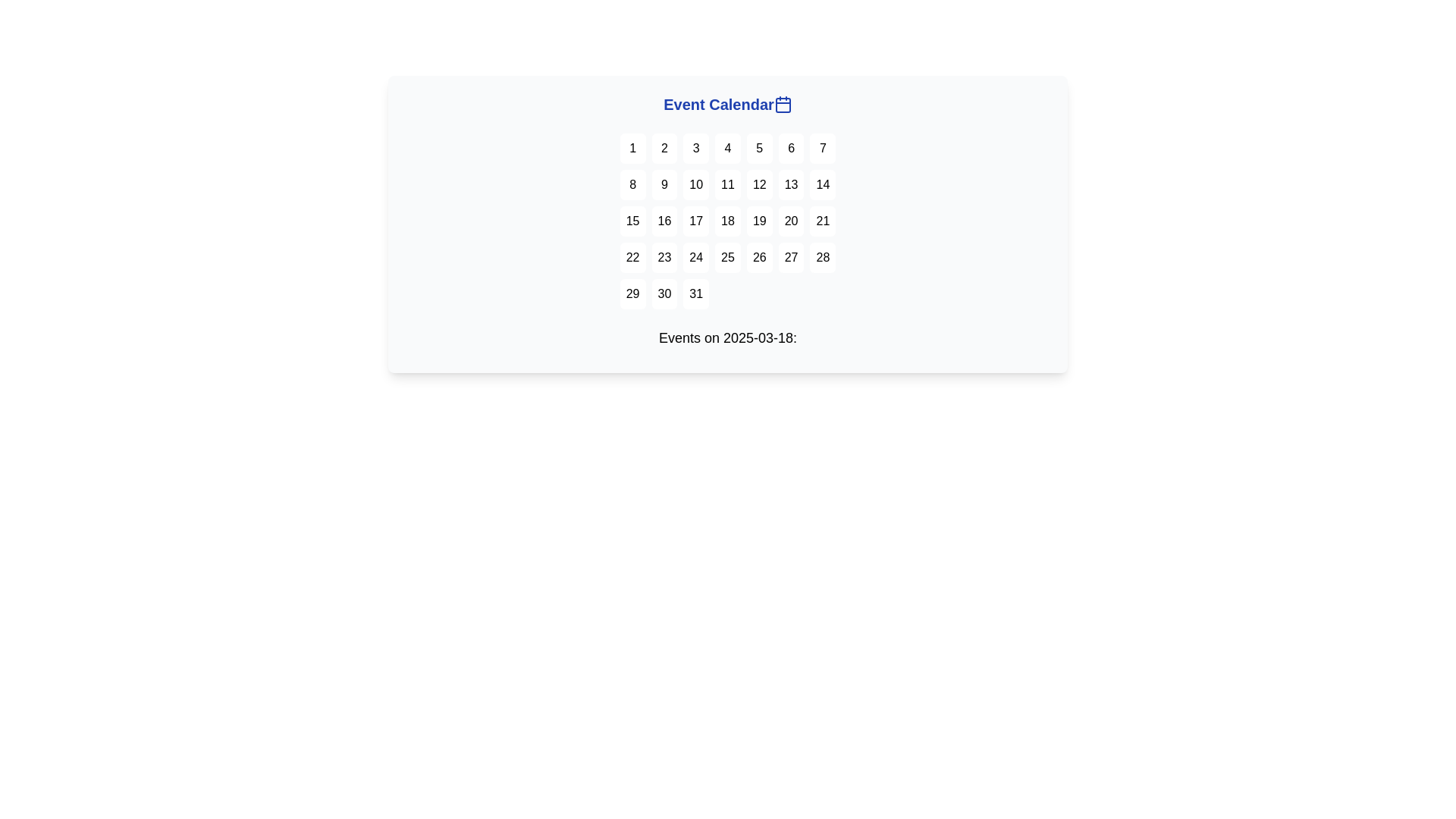 This screenshot has height=819, width=1456. I want to click on the button labeled '16' in the calendar grid, so click(664, 221).